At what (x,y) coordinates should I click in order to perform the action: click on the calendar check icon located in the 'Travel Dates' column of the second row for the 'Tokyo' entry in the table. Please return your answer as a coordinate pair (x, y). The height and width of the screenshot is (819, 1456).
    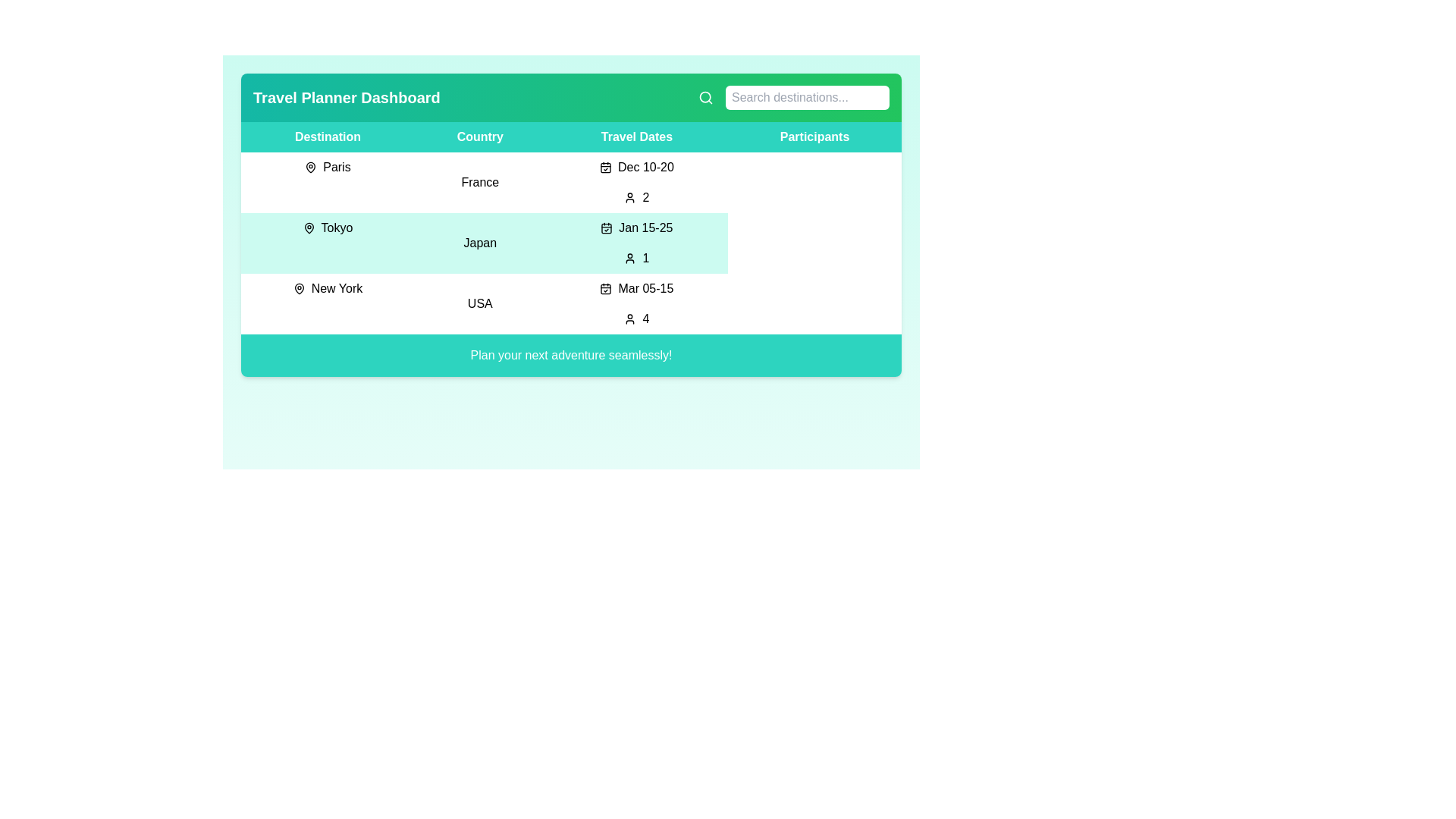
    Looking at the image, I should click on (607, 227).